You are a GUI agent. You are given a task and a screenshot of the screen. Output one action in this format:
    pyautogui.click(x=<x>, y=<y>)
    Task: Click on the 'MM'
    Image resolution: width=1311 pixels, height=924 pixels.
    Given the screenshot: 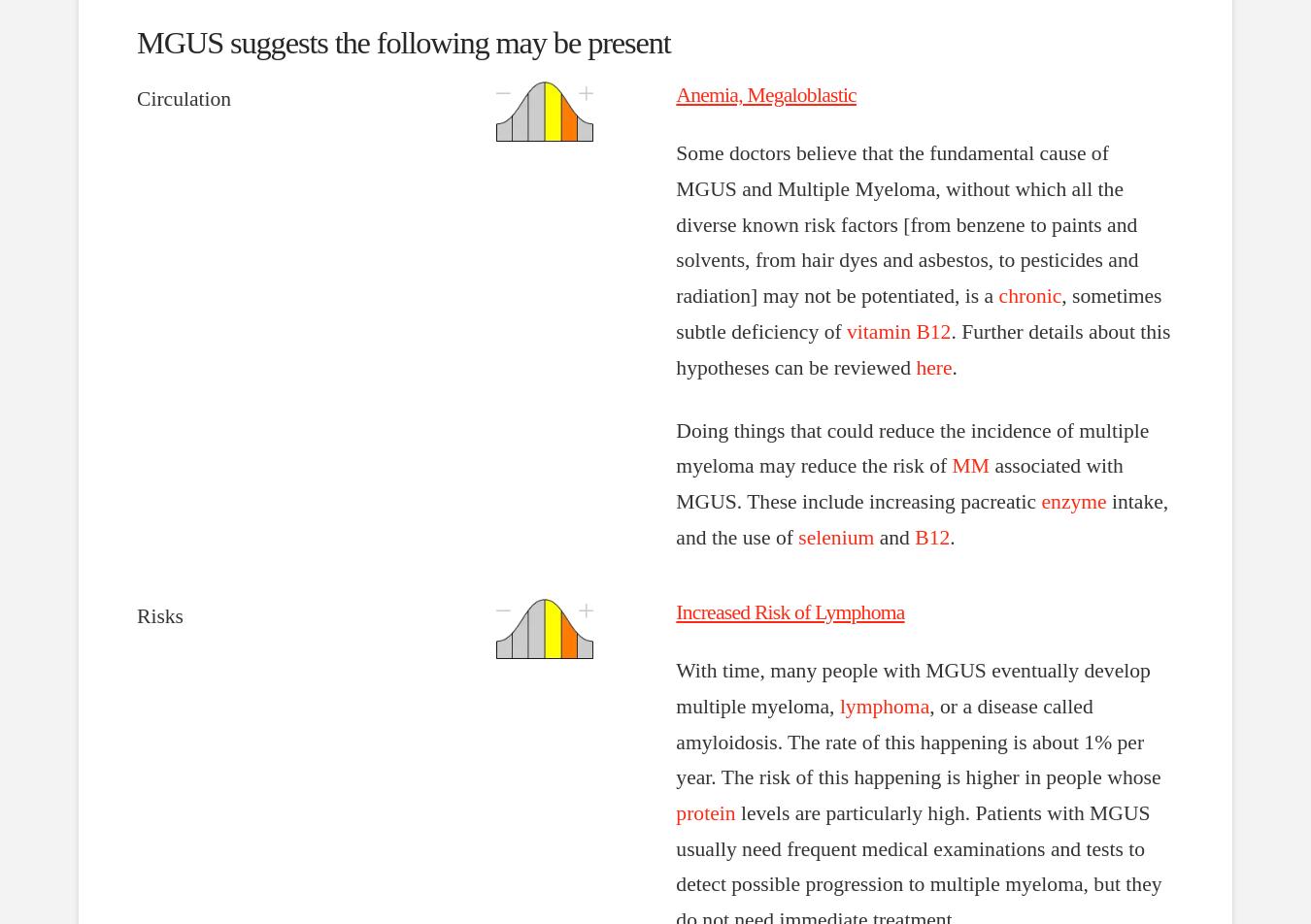 What is the action you would take?
    pyautogui.click(x=950, y=465)
    